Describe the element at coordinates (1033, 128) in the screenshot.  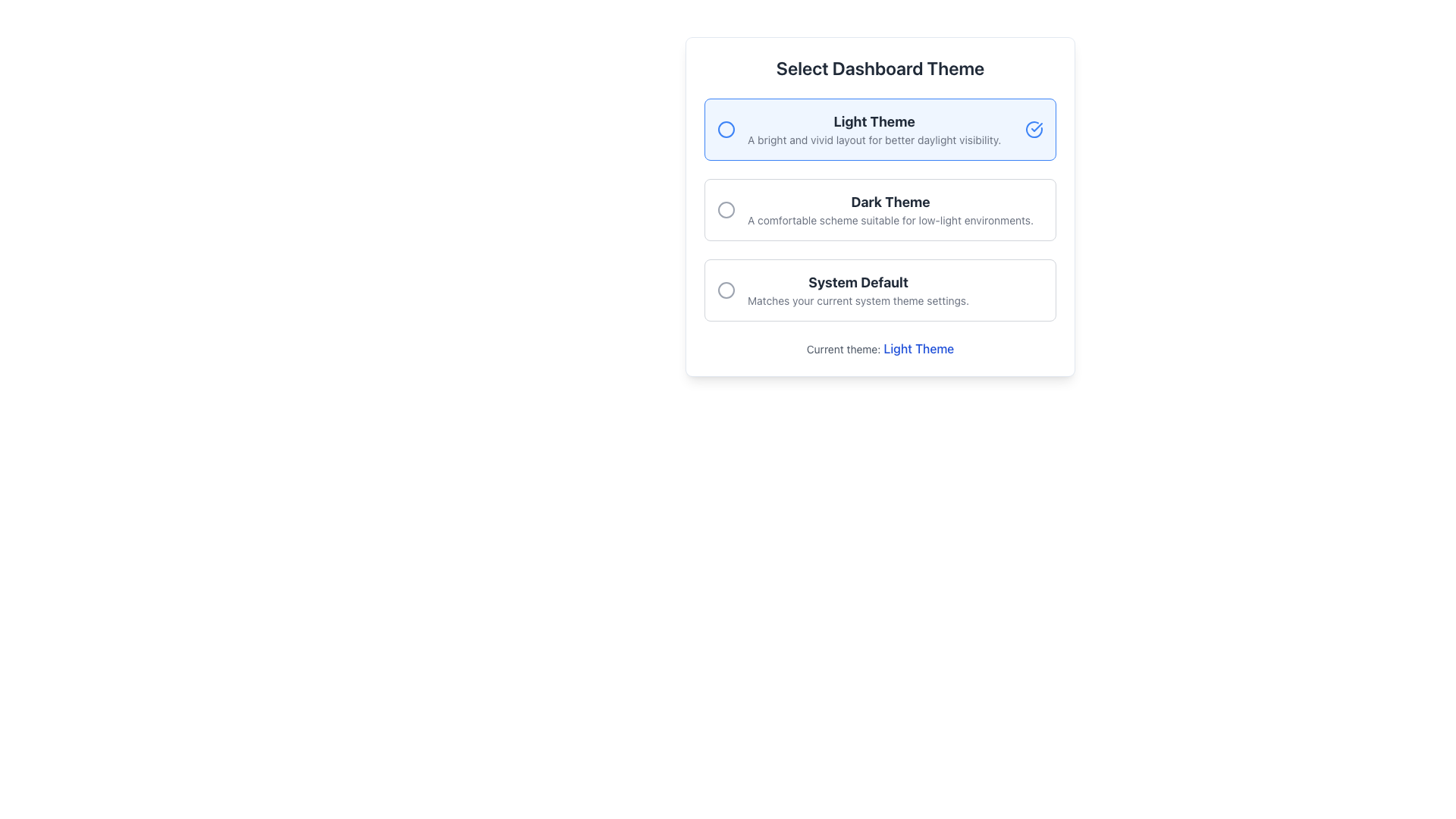
I see `the indicator icon for the 'Light Theme' option, which is positioned on the right side of the corresponding text in the selectable themes section` at that location.